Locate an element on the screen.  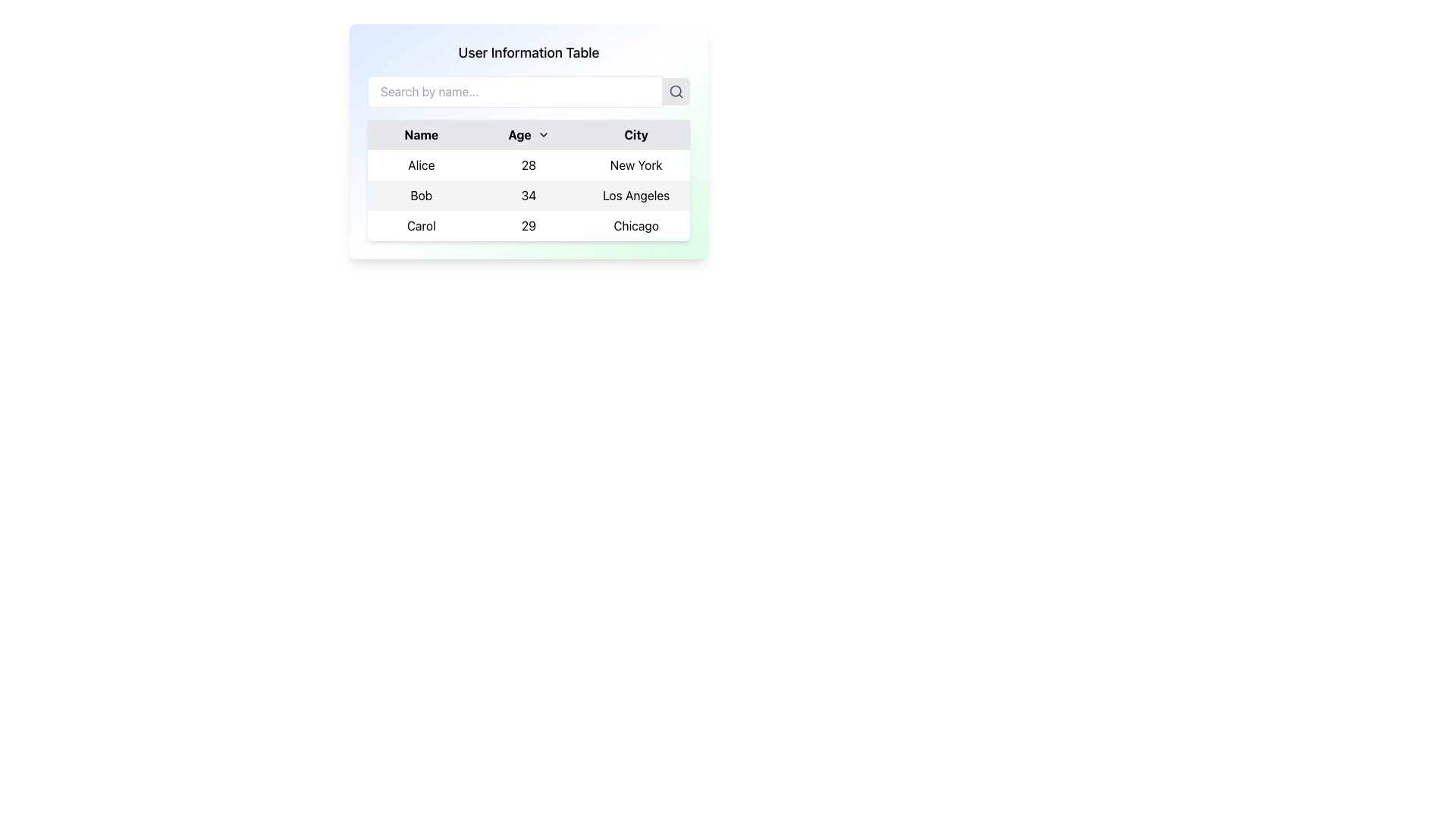
the table cell displaying 'Los Angeles' in the third column of the second row, corresponding to the entry for 'Bob,' age '34.' is located at coordinates (636, 195).